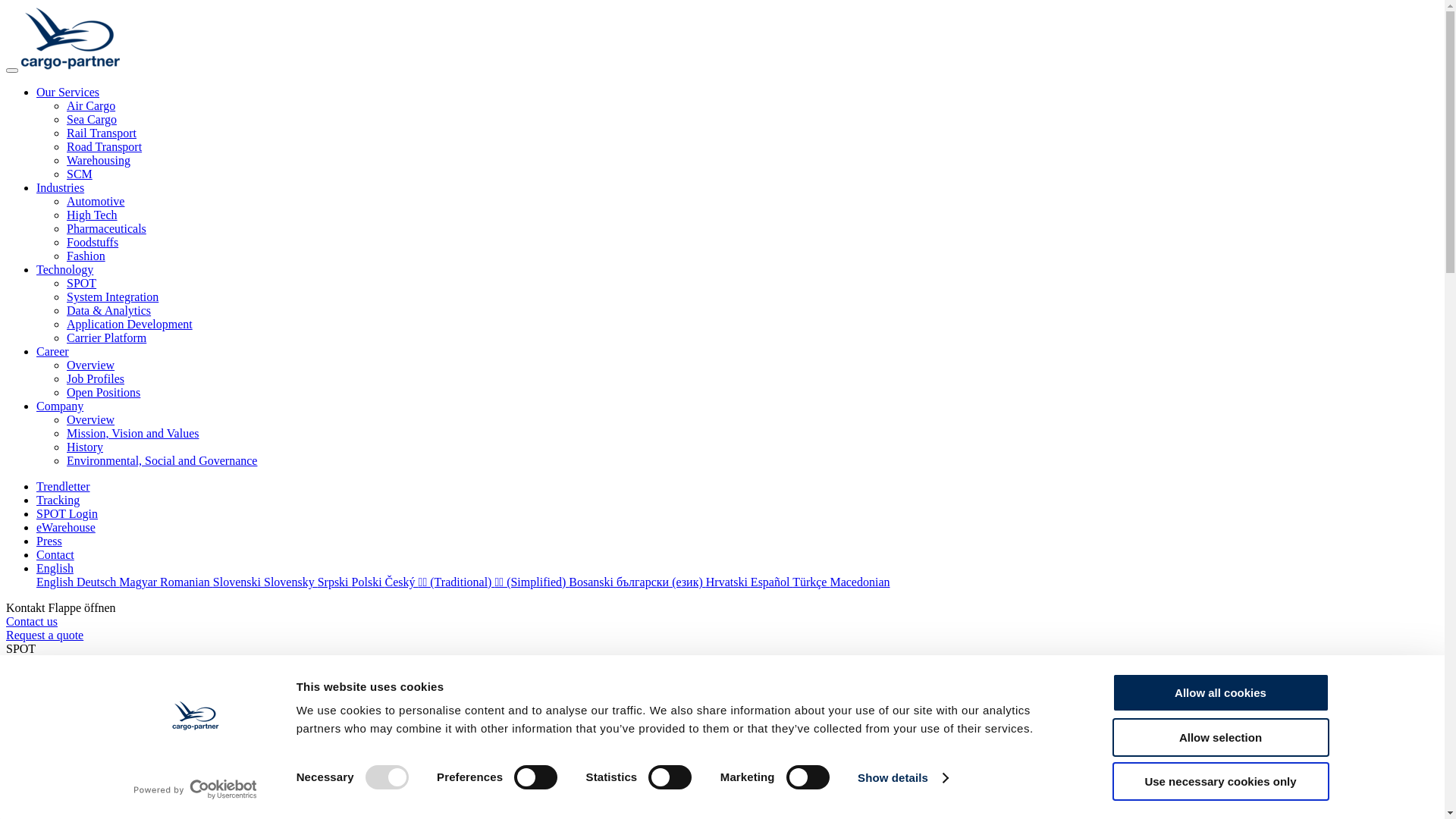  Describe the element at coordinates (65, 391) in the screenshot. I see `'Open Positions'` at that location.